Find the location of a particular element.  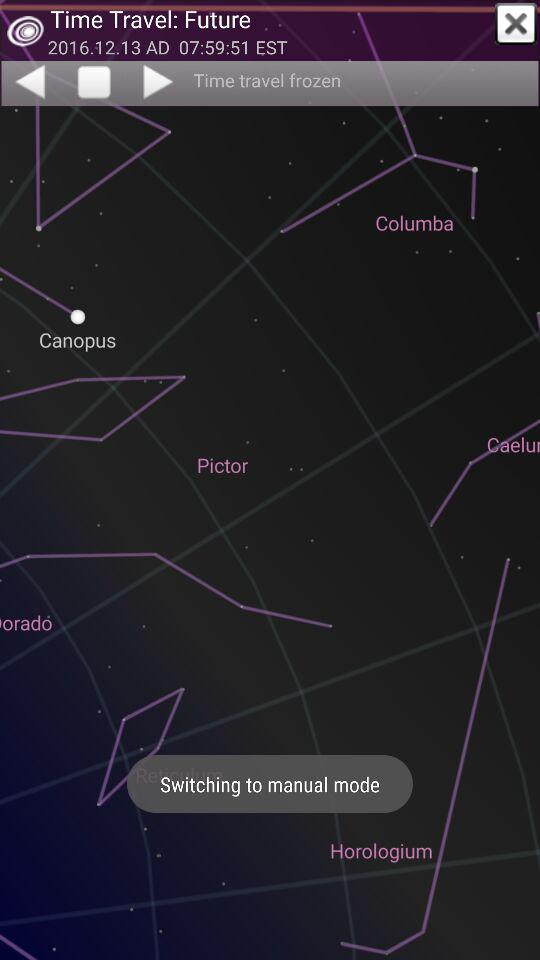

more forward is located at coordinates (159, 81).